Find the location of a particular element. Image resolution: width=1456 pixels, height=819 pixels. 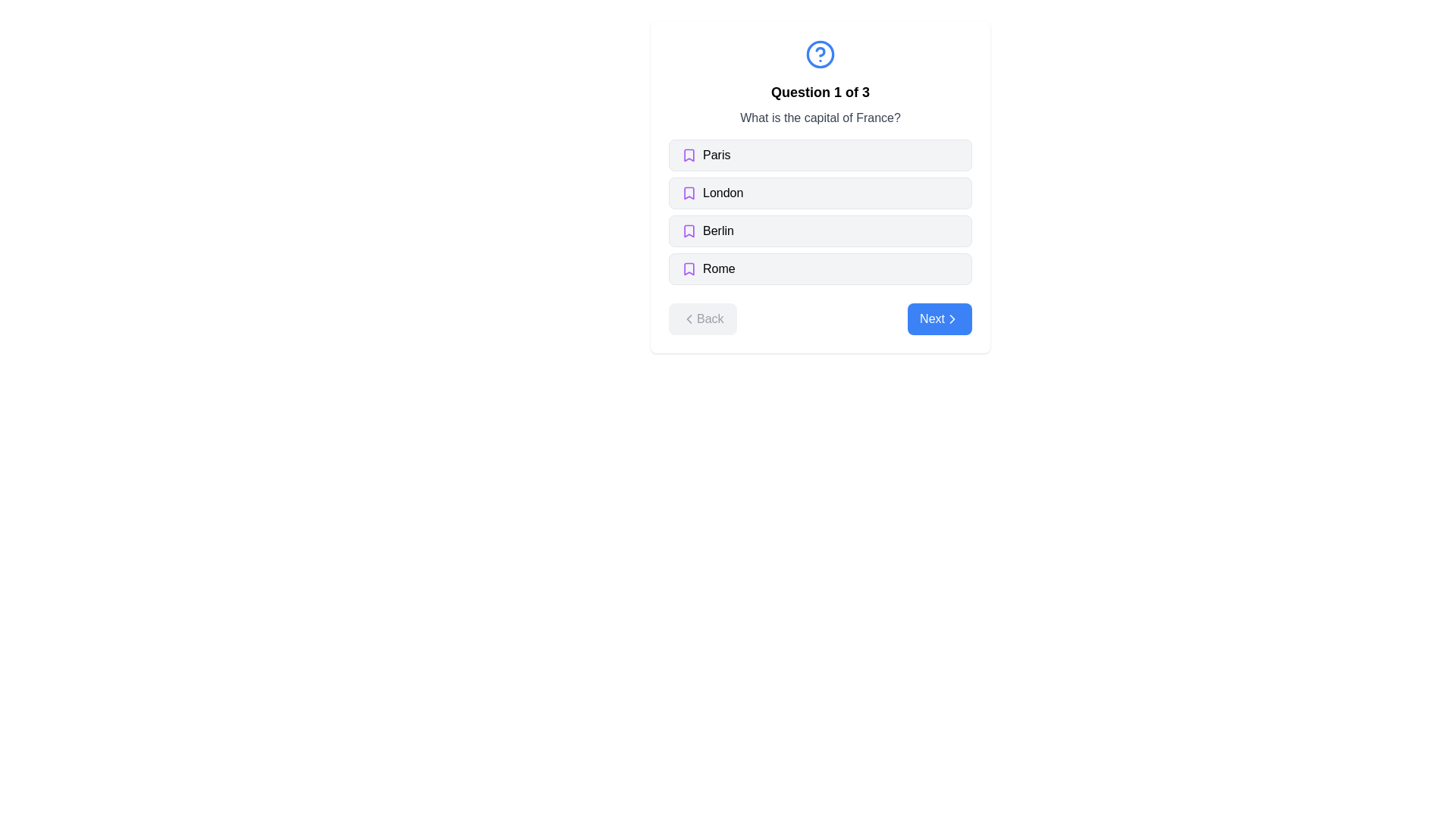

the disabled 'Previous' button, which is the first button in a horizontal layout of two buttons, to navigate to the previous step is located at coordinates (701, 318).